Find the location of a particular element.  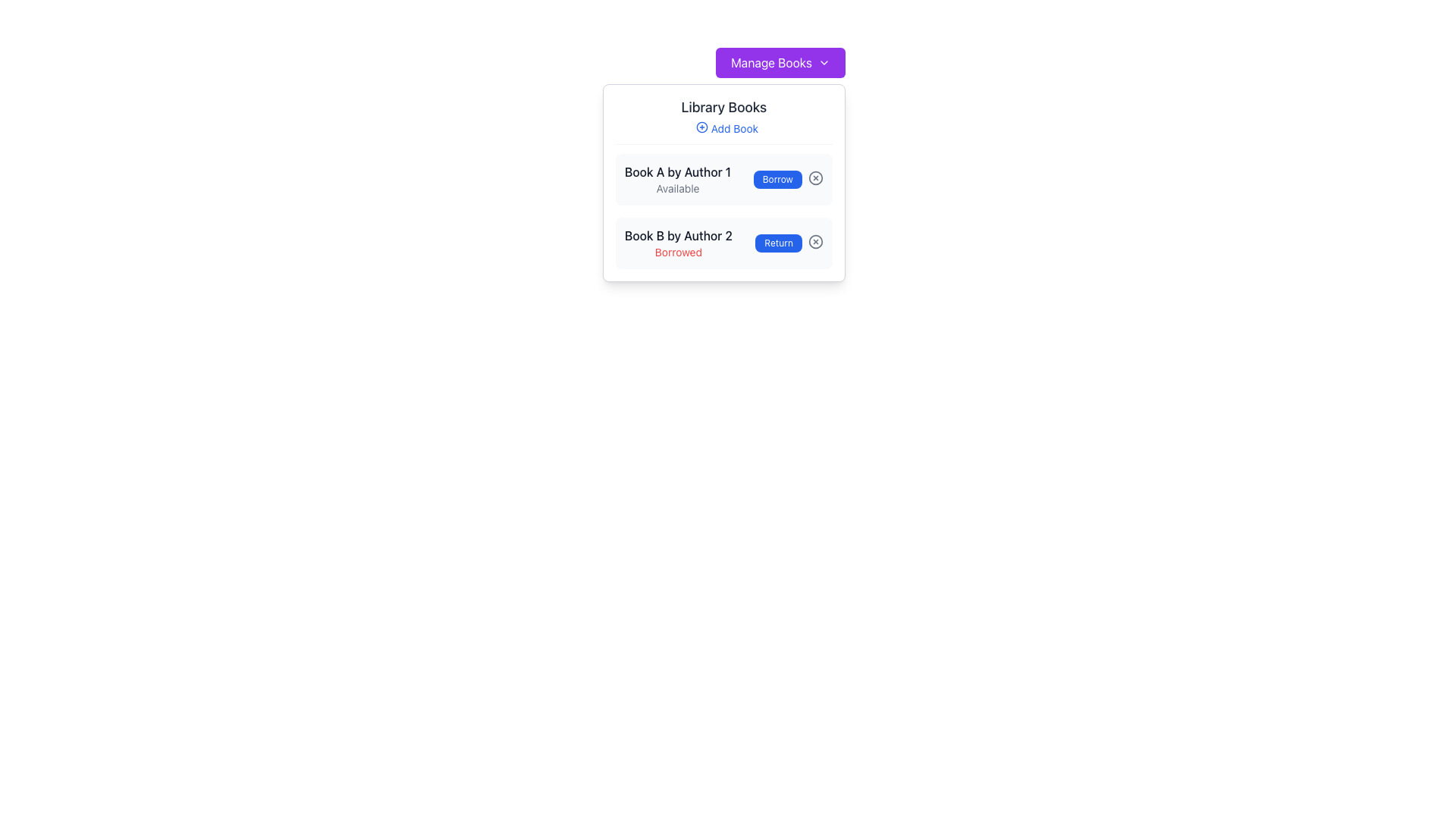

the text display showing 'Book B by Author 2' with the status 'Borrowed' located in the lower block of the library books list is located at coordinates (677, 242).